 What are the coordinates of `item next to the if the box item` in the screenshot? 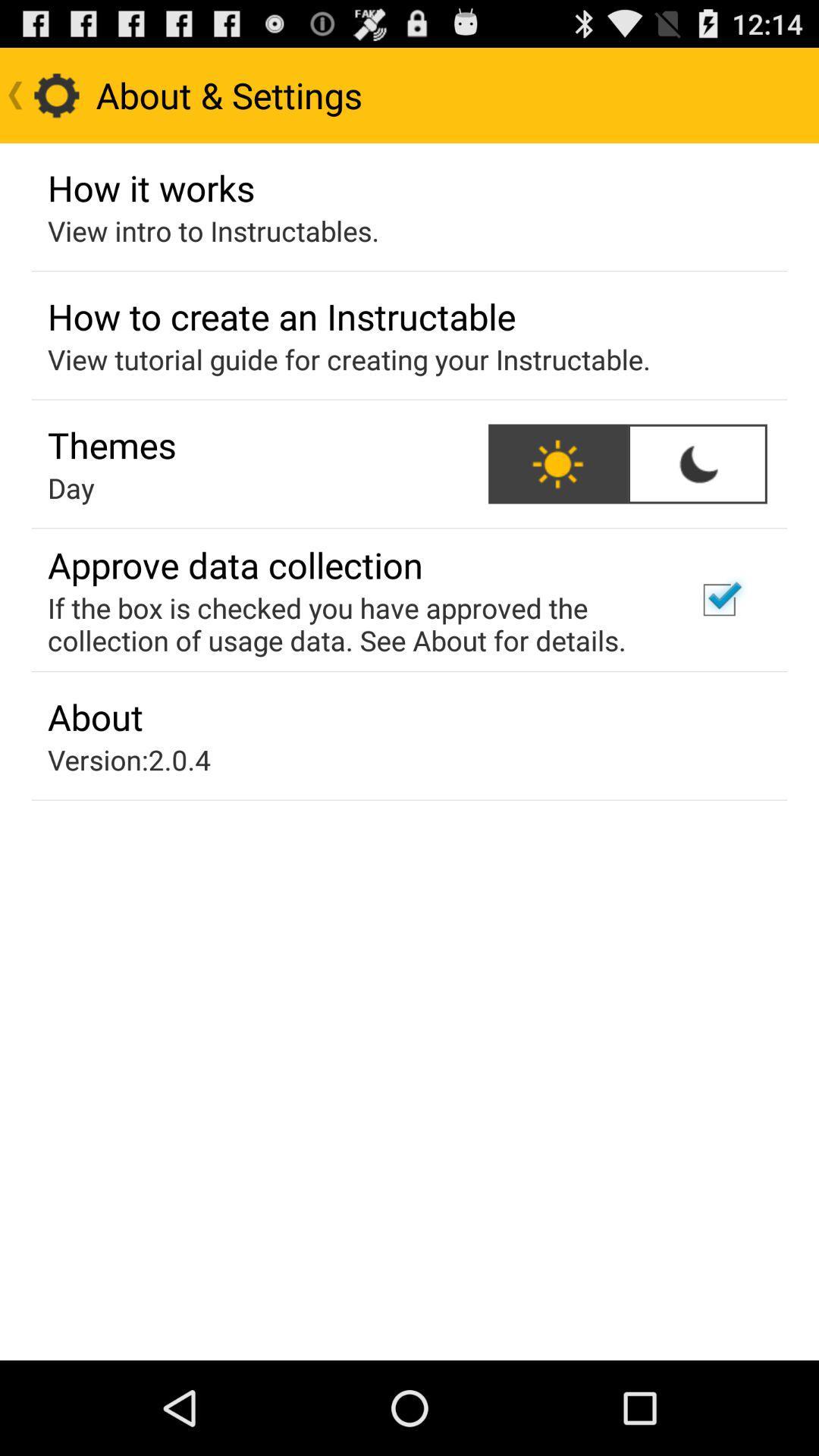 It's located at (718, 599).